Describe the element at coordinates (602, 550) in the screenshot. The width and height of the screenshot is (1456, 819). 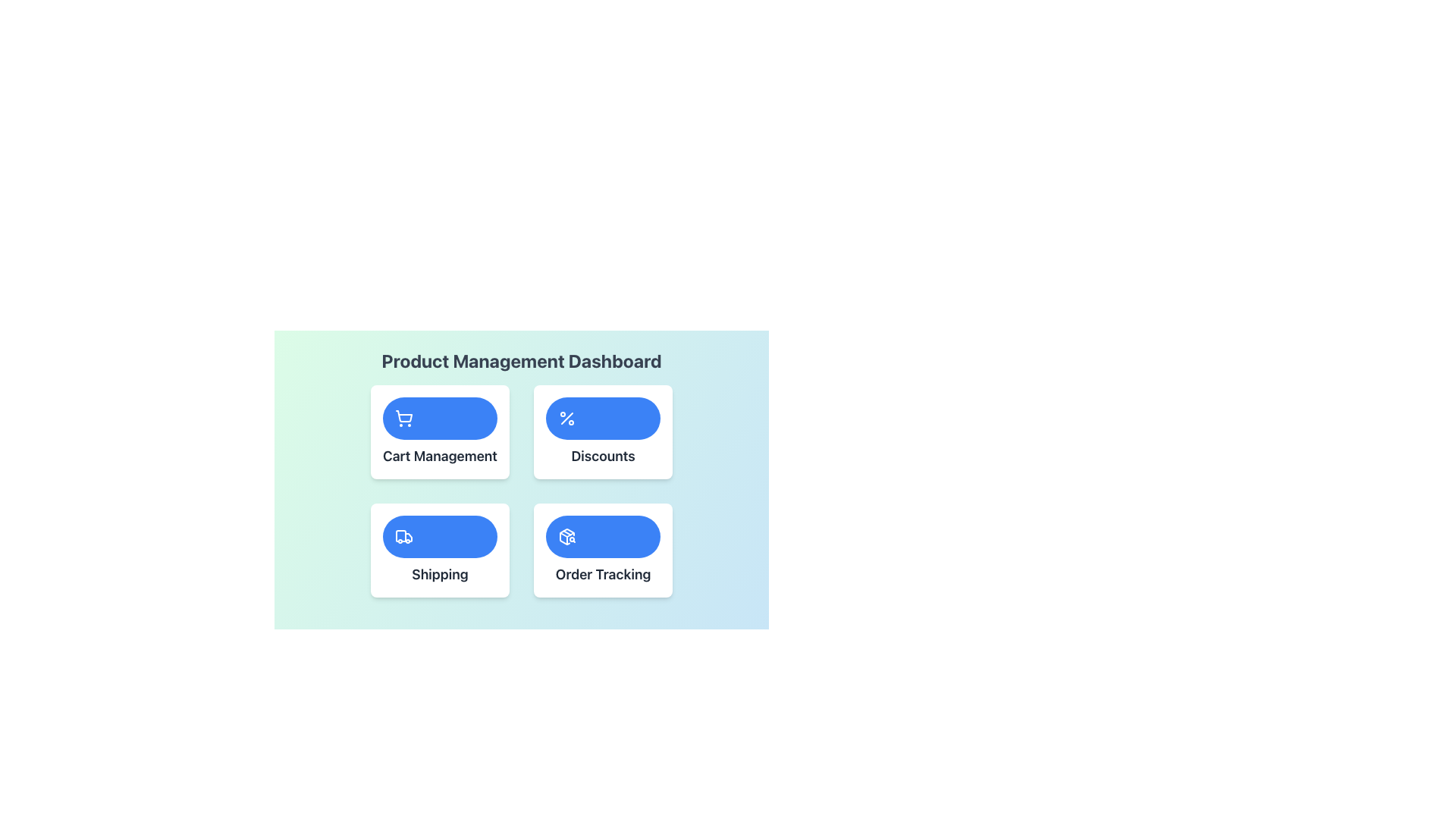
I see `the button located at the bottom-right of the grid layout` at that location.